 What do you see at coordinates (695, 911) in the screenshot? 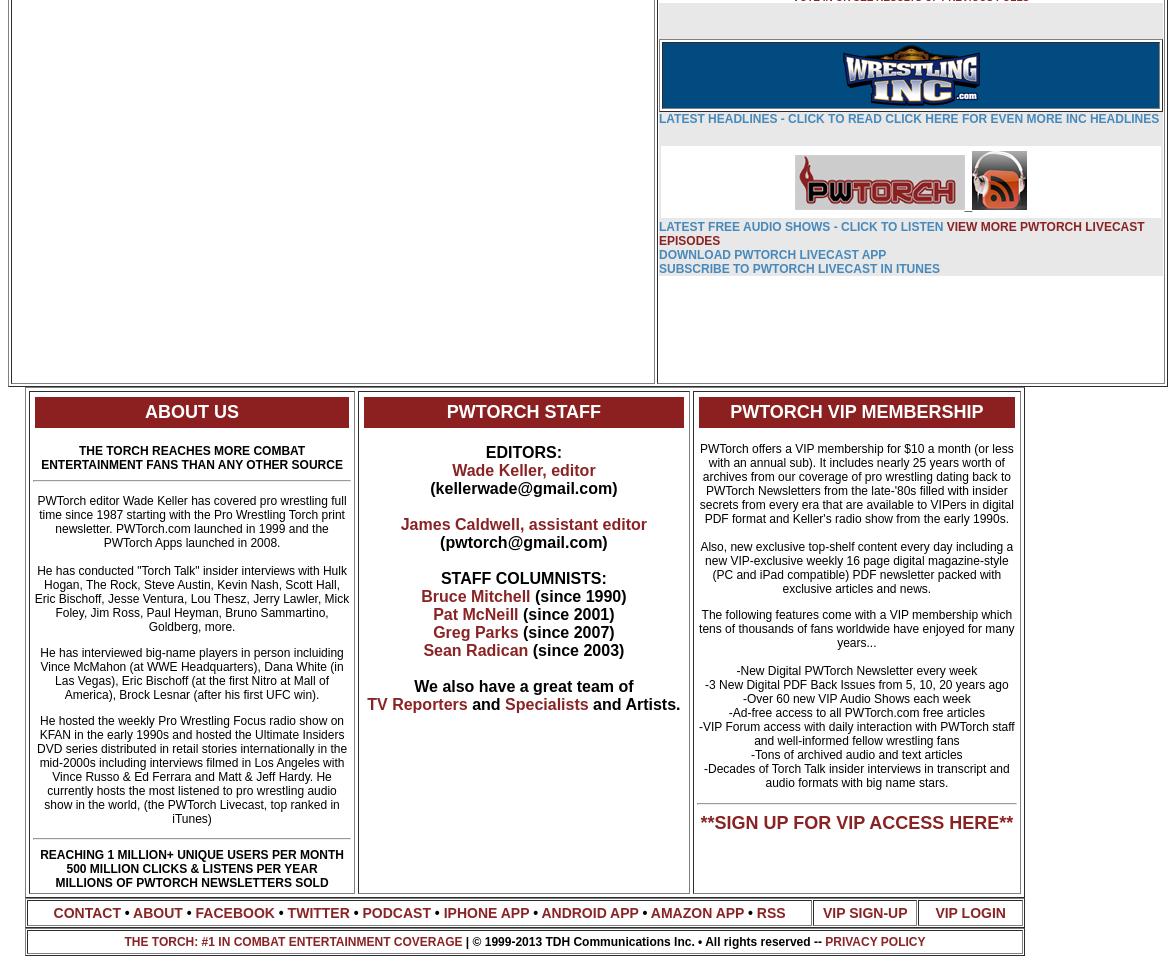
I see `'AMAZON APP'` at bounding box center [695, 911].